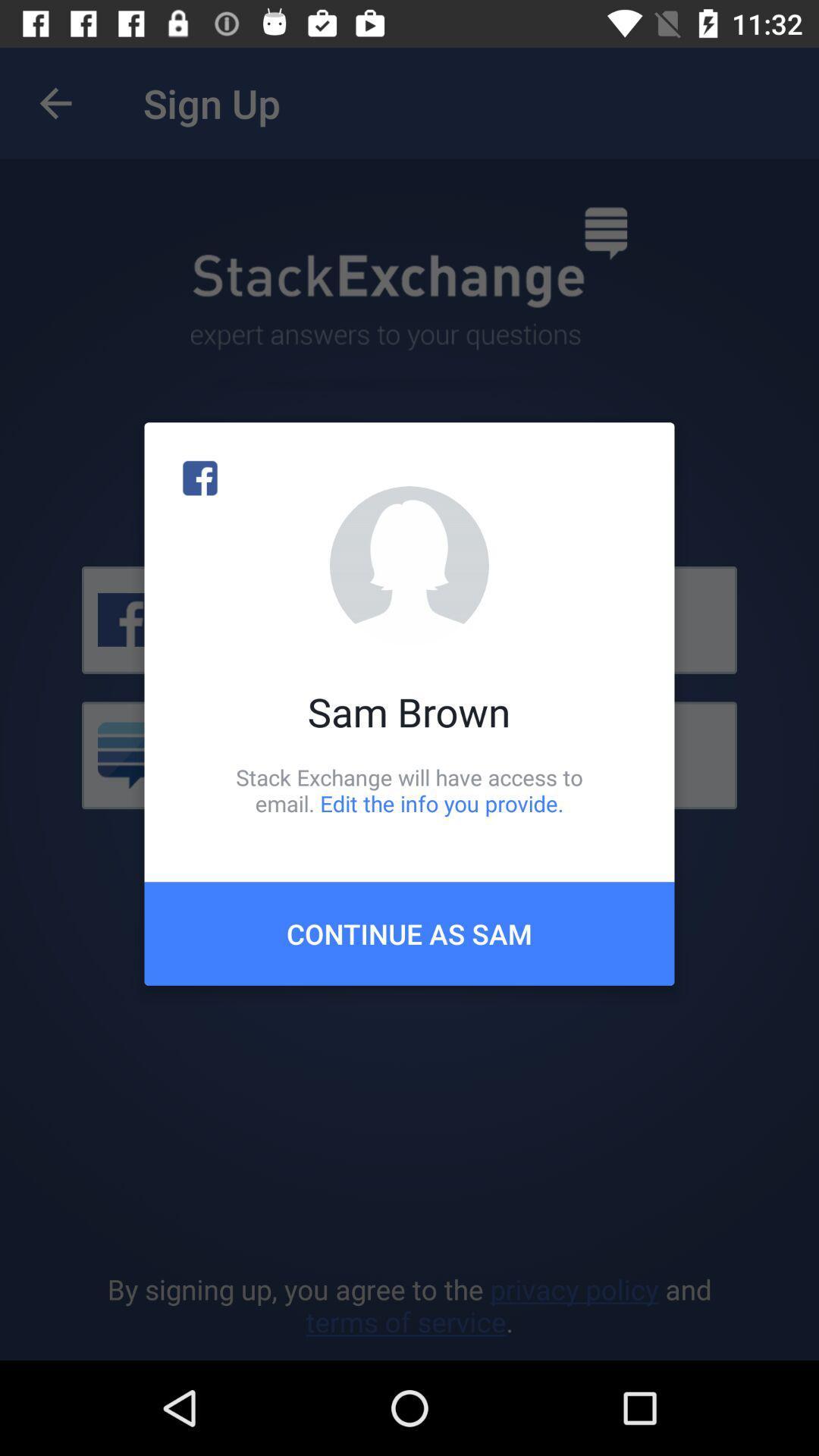 The image size is (819, 1456). I want to click on the item above continue as sam, so click(409, 789).